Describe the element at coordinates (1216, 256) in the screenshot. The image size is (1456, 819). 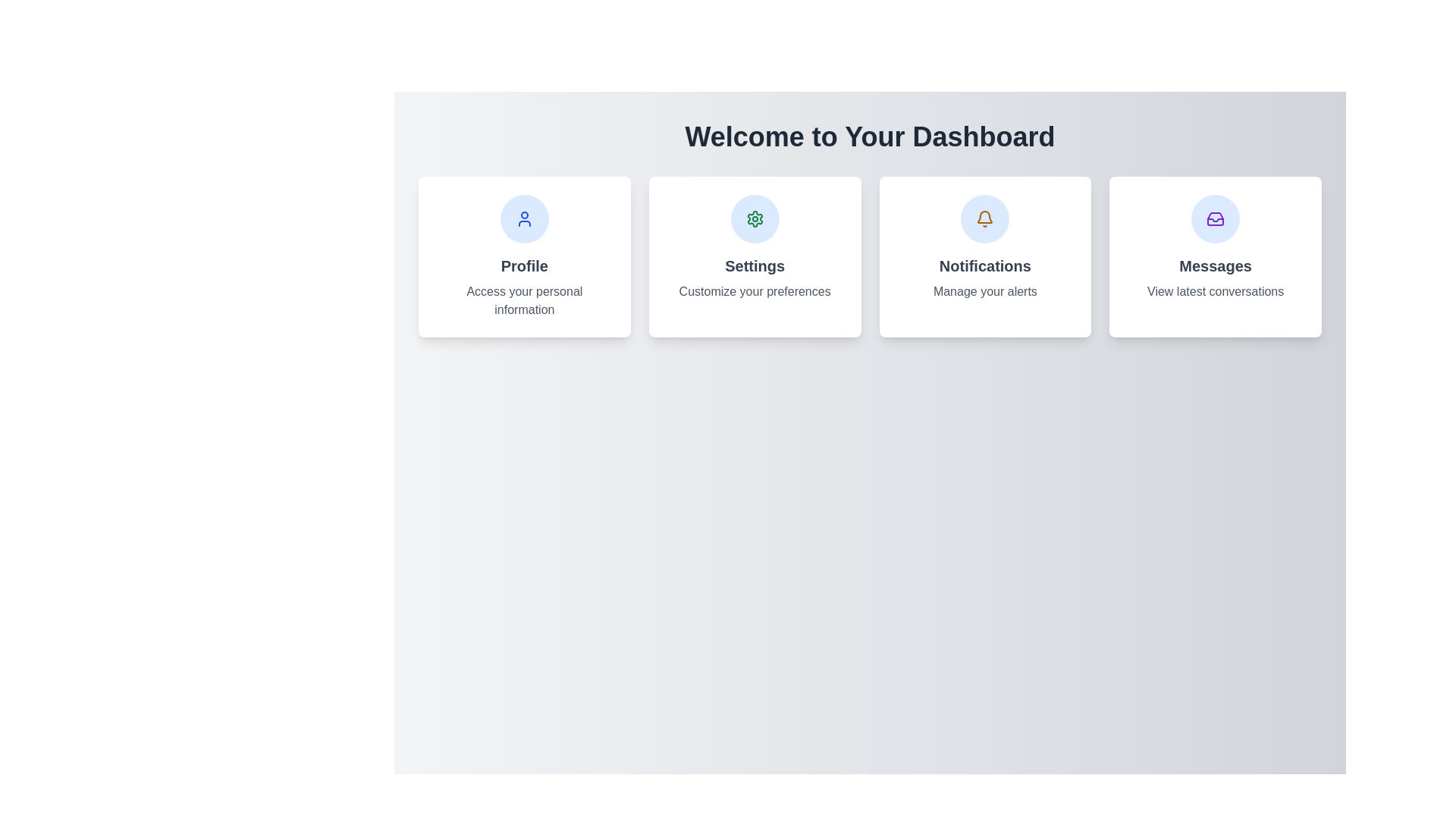
I see `the Messages Card located on the far right within a row of four cards, positioned to the right of the Notifications Card` at that location.